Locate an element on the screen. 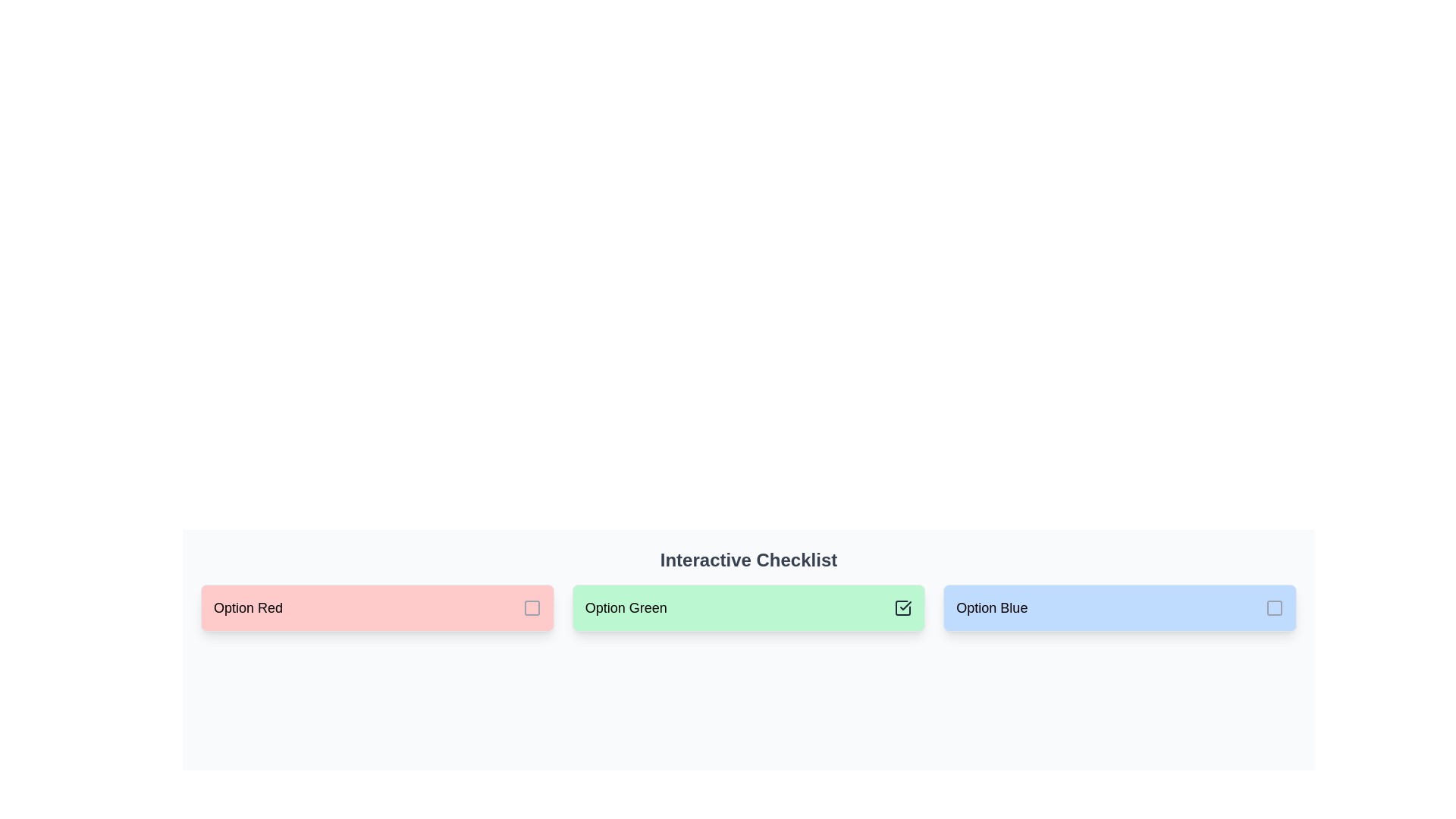 The width and height of the screenshot is (1456, 819). the second selectable option component in the checklist is located at coordinates (748, 607).